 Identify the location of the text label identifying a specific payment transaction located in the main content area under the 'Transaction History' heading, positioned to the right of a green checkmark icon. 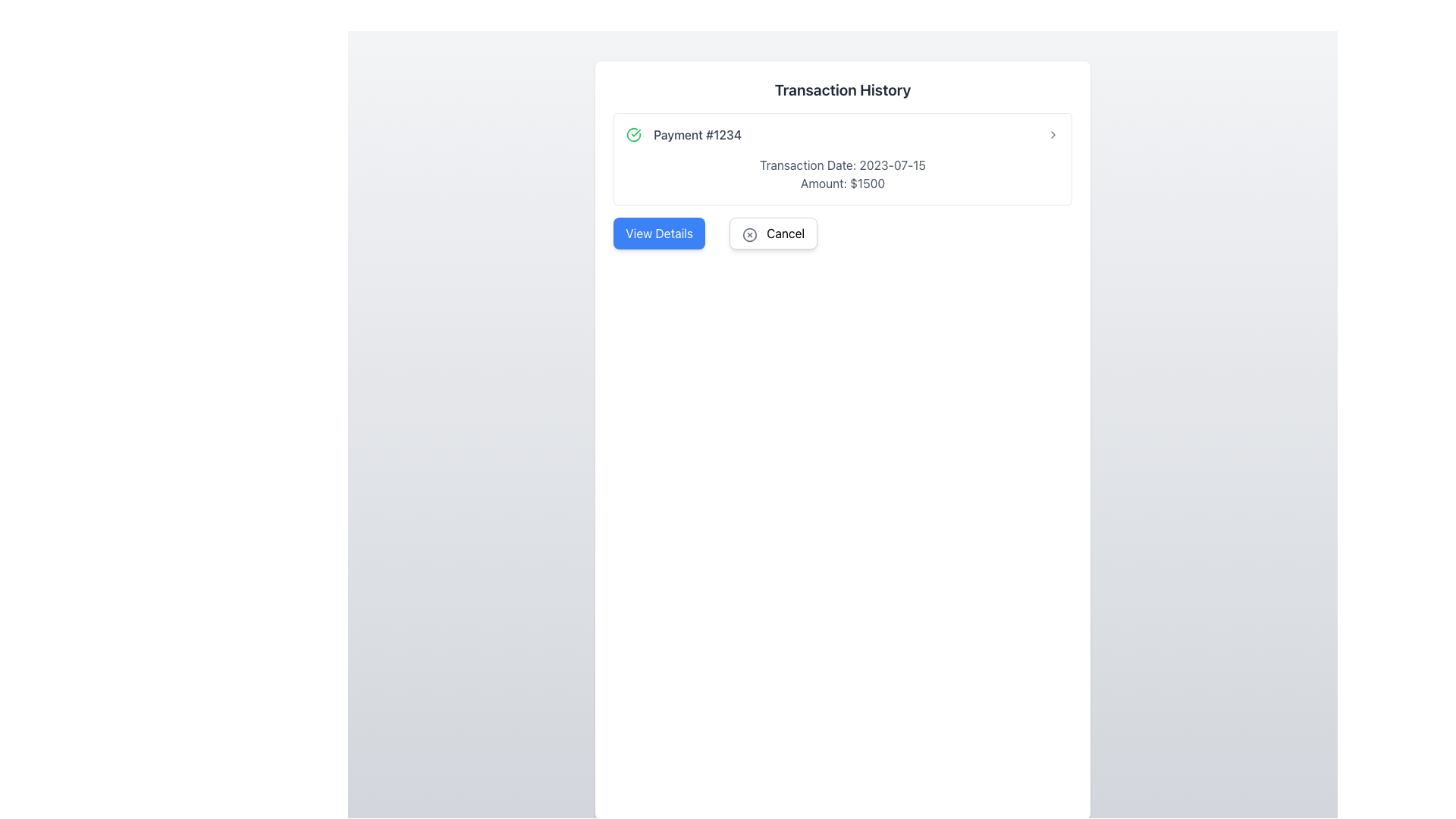
(697, 133).